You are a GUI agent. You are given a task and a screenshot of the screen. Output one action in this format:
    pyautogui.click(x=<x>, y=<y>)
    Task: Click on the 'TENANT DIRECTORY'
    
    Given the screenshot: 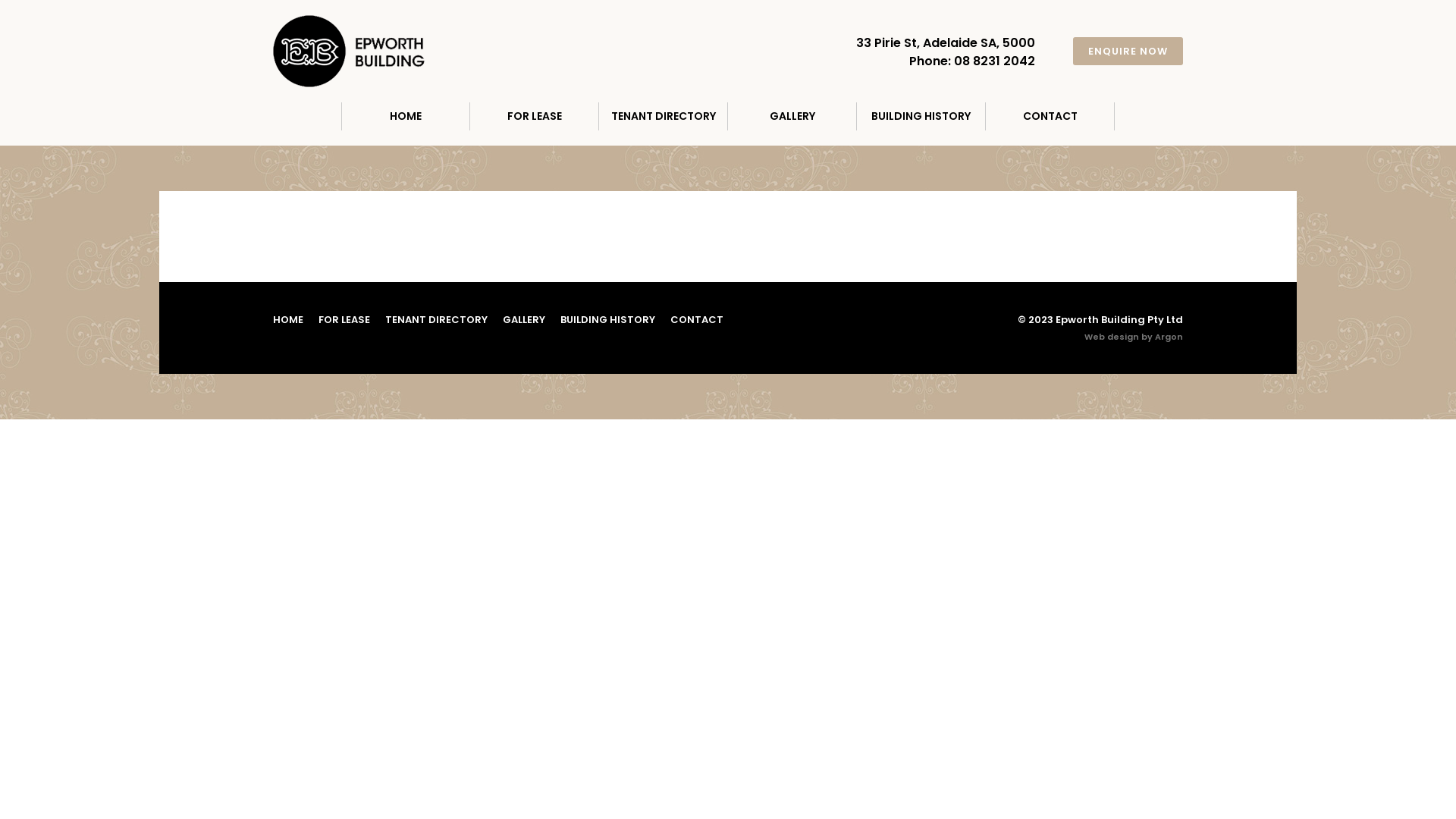 What is the action you would take?
    pyautogui.click(x=435, y=318)
    